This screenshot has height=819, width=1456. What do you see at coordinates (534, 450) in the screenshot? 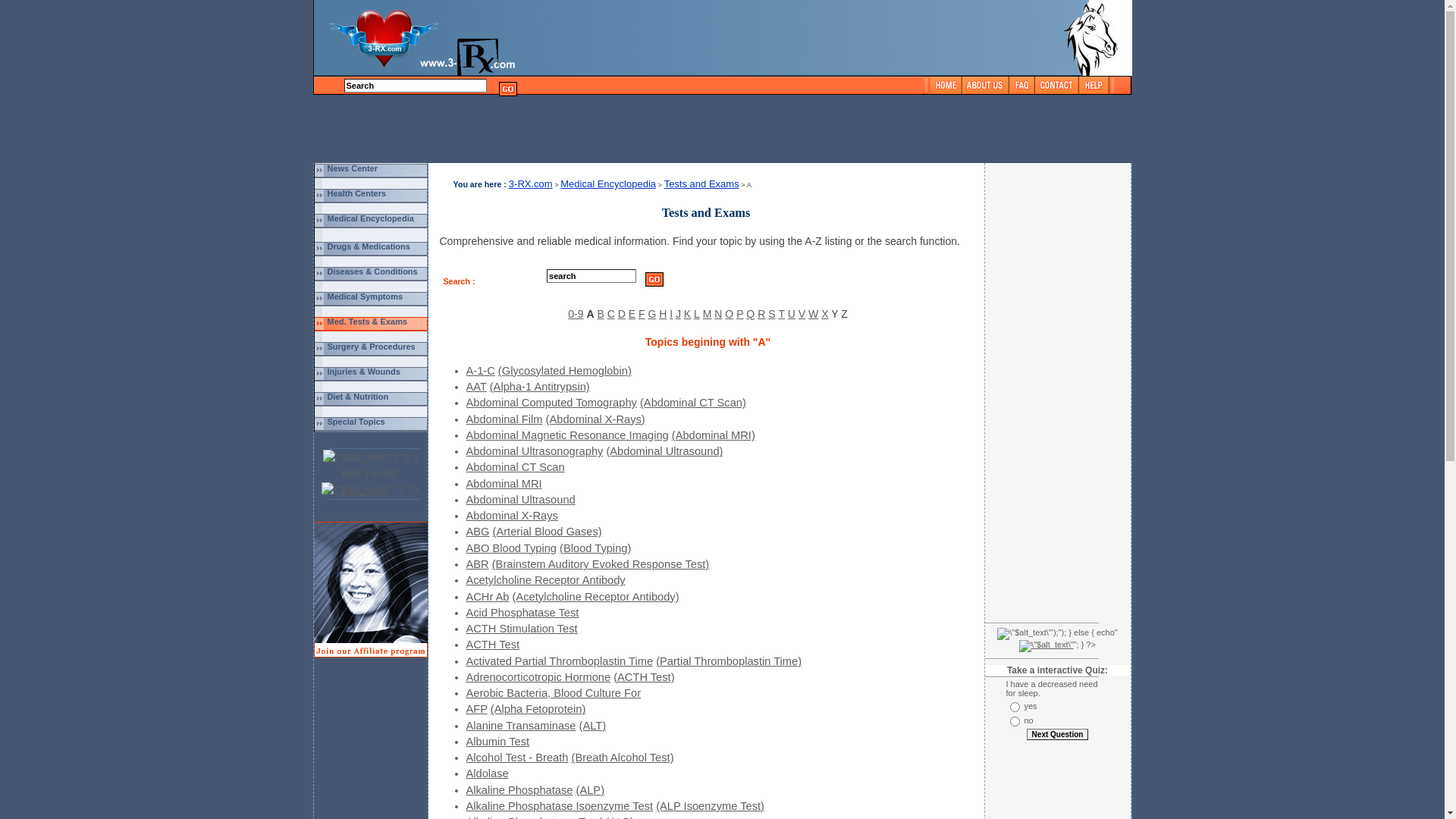
I see `'Abdominal Ultrasonography'` at bounding box center [534, 450].